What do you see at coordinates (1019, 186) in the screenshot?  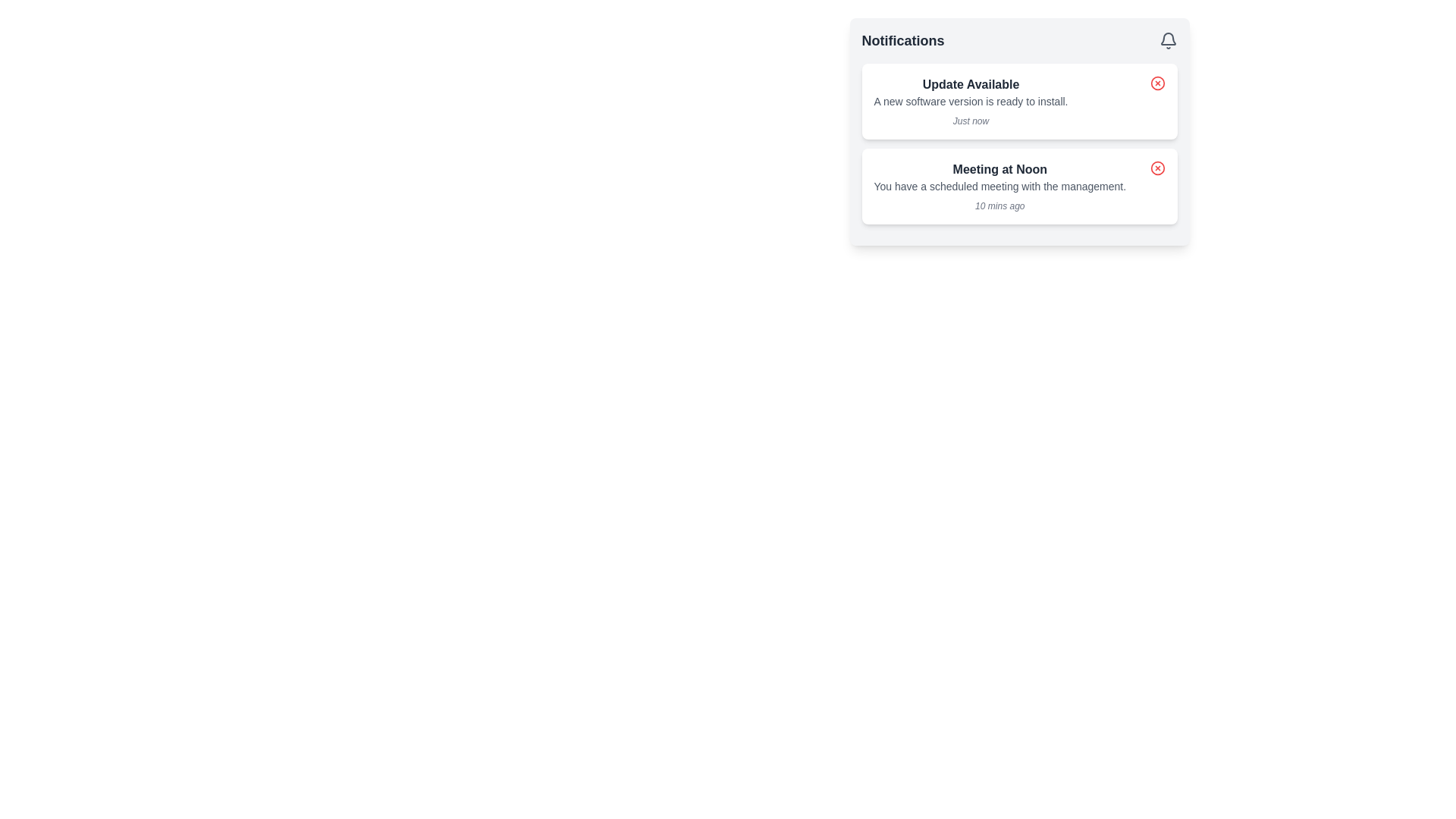 I see `the Notification card displaying 'Meeting at Noon'` at bounding box center [1019, 186].